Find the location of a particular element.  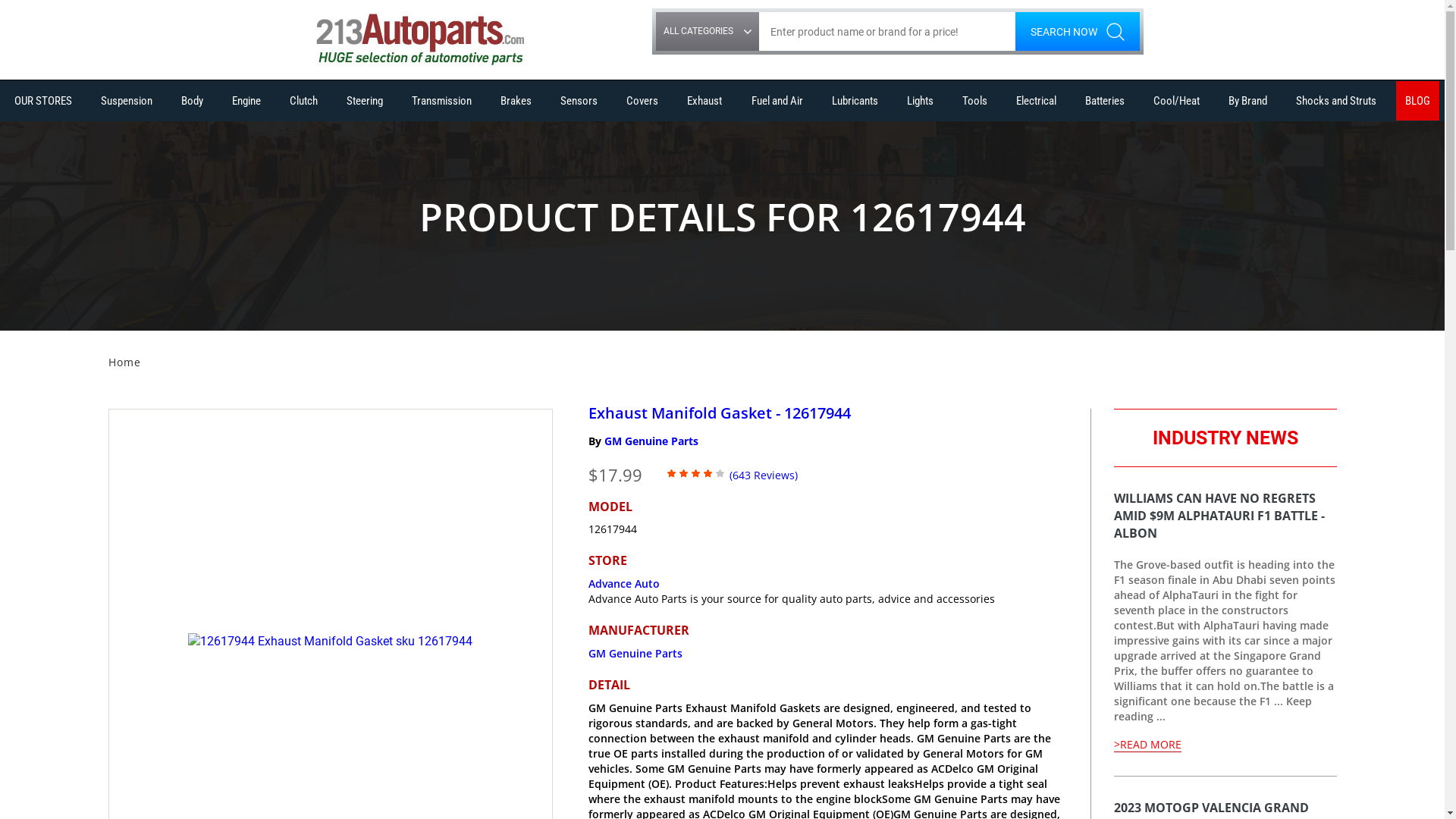

'Exhaust Manifold Gasket - 12617944' is located at coordinates (719, 412).